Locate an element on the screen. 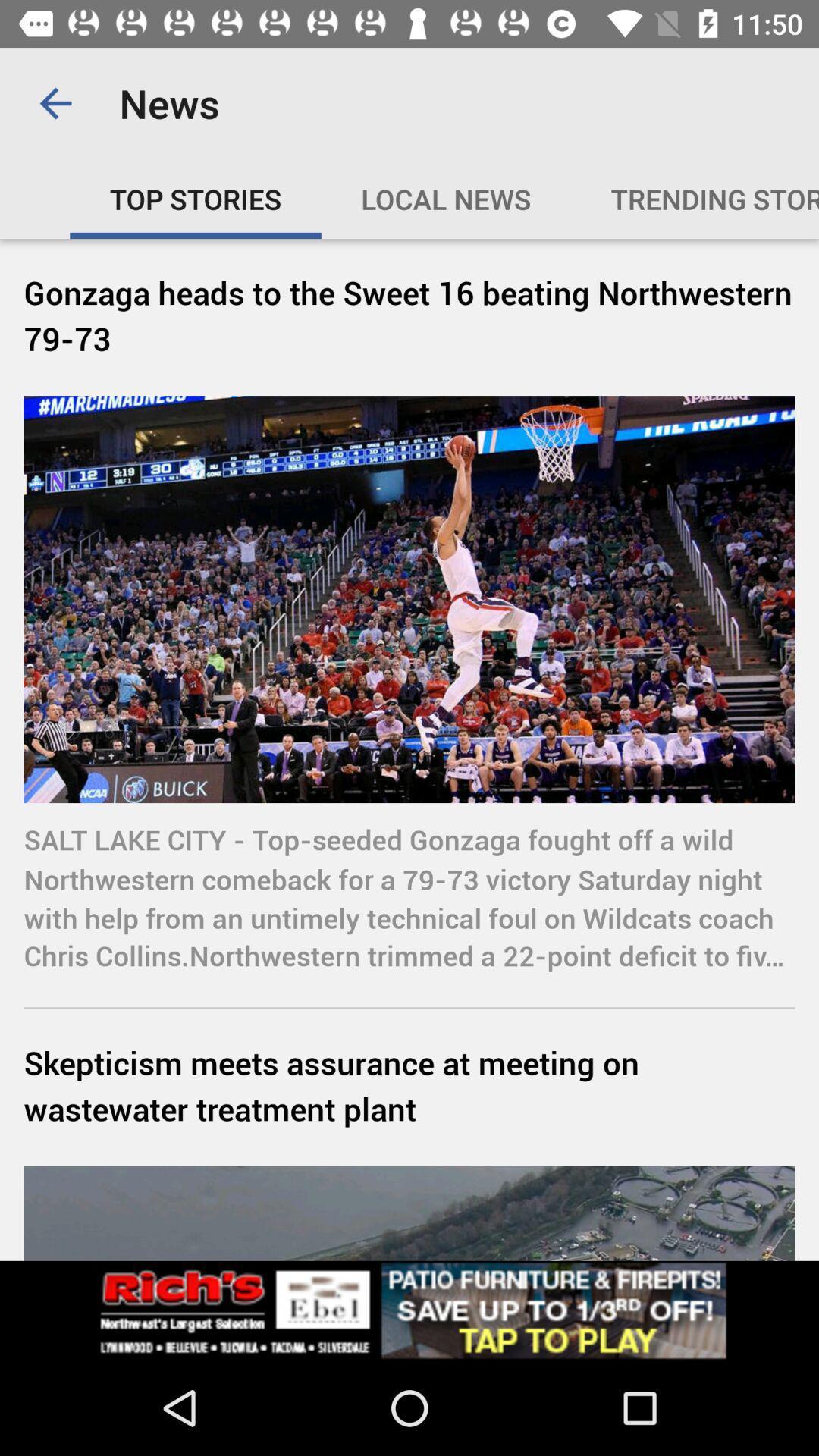 This screenshot has height=1456, width=819. advertisement is located at coordinates (409, 1310).